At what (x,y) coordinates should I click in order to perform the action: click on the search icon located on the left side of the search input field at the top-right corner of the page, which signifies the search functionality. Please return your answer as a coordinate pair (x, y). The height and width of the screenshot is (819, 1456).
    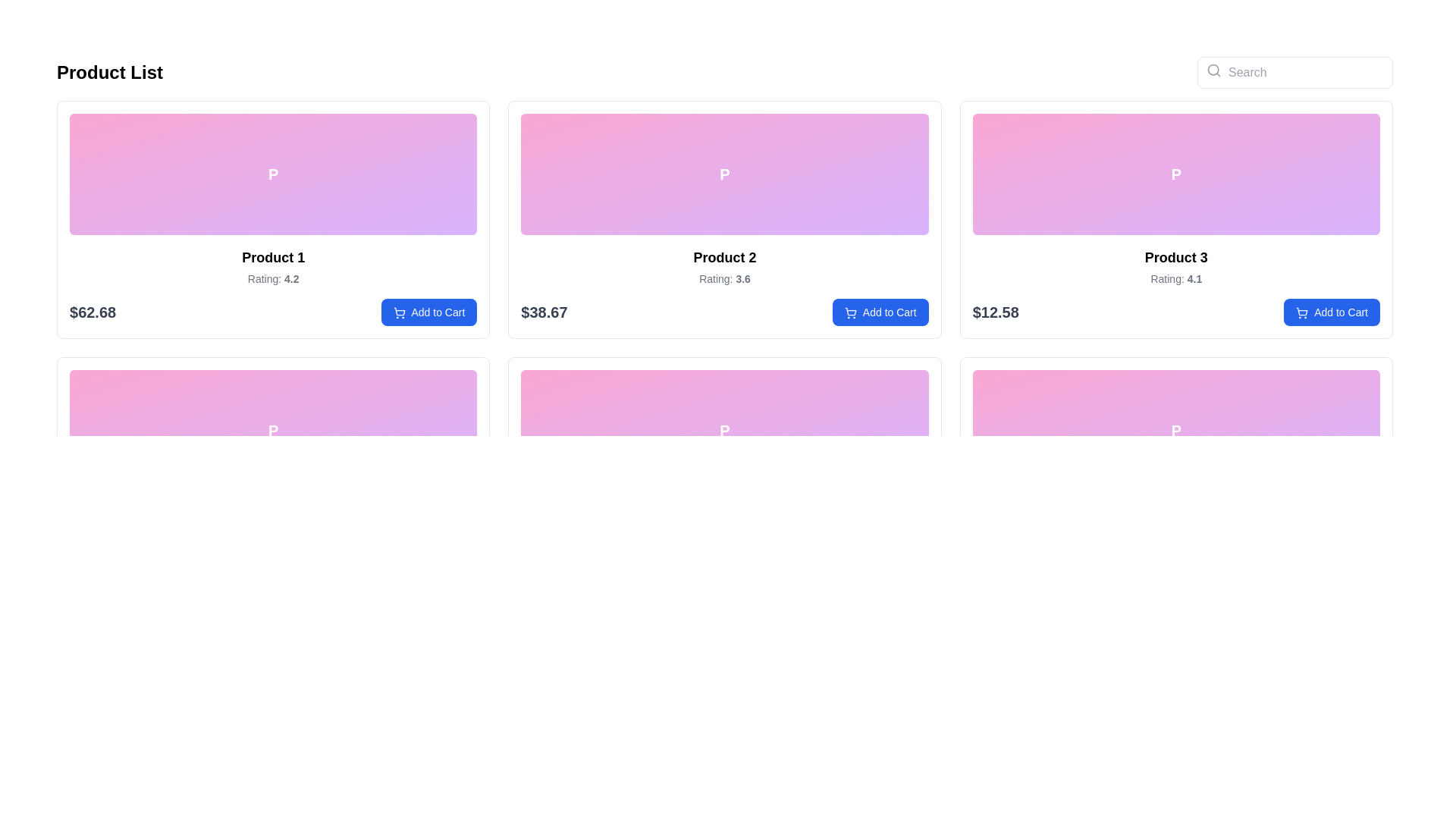
    Looking at the image, I should click on (1214, 70).